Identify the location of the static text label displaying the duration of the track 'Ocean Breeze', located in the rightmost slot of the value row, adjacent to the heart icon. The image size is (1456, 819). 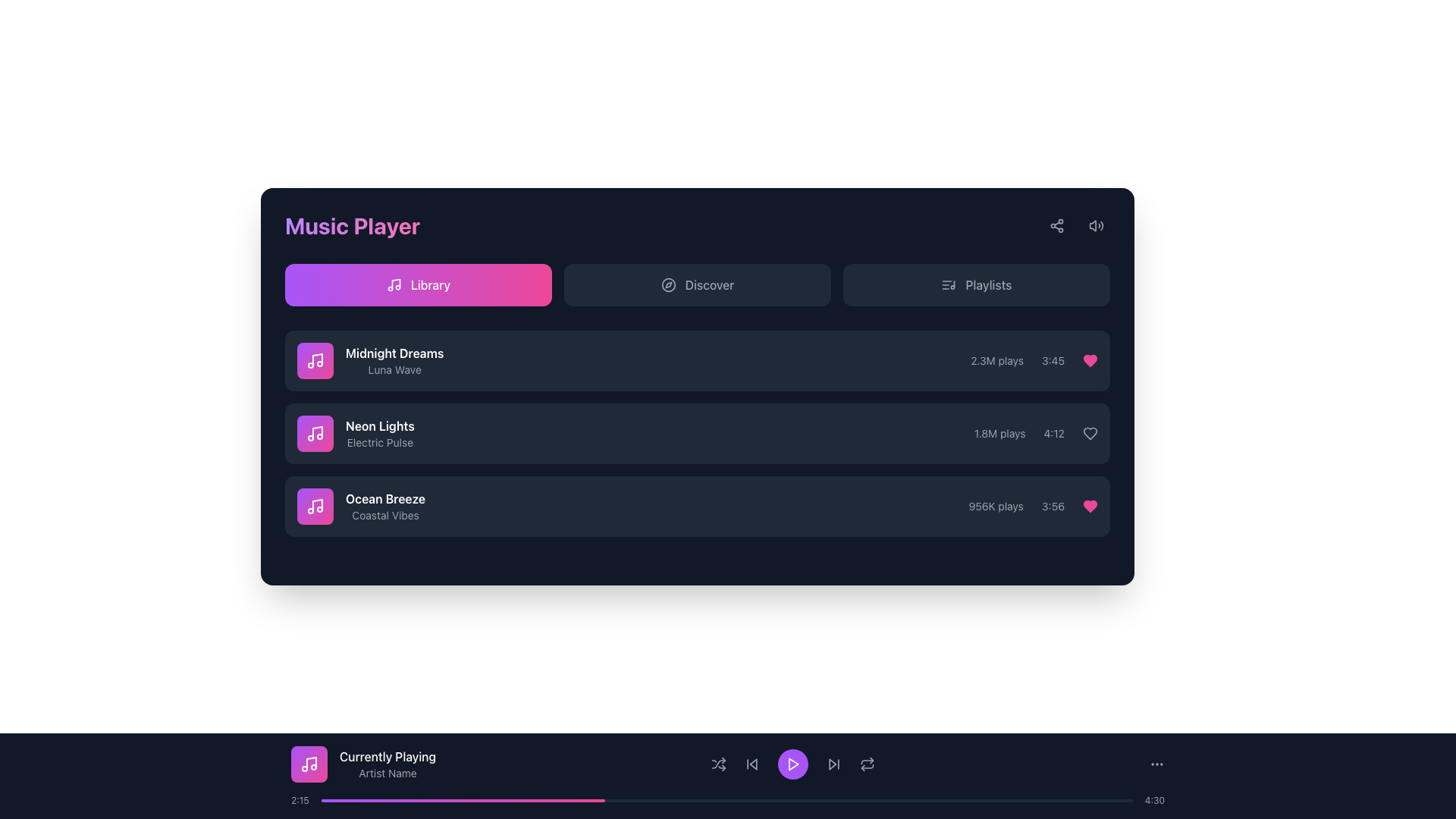
(1052, 506).